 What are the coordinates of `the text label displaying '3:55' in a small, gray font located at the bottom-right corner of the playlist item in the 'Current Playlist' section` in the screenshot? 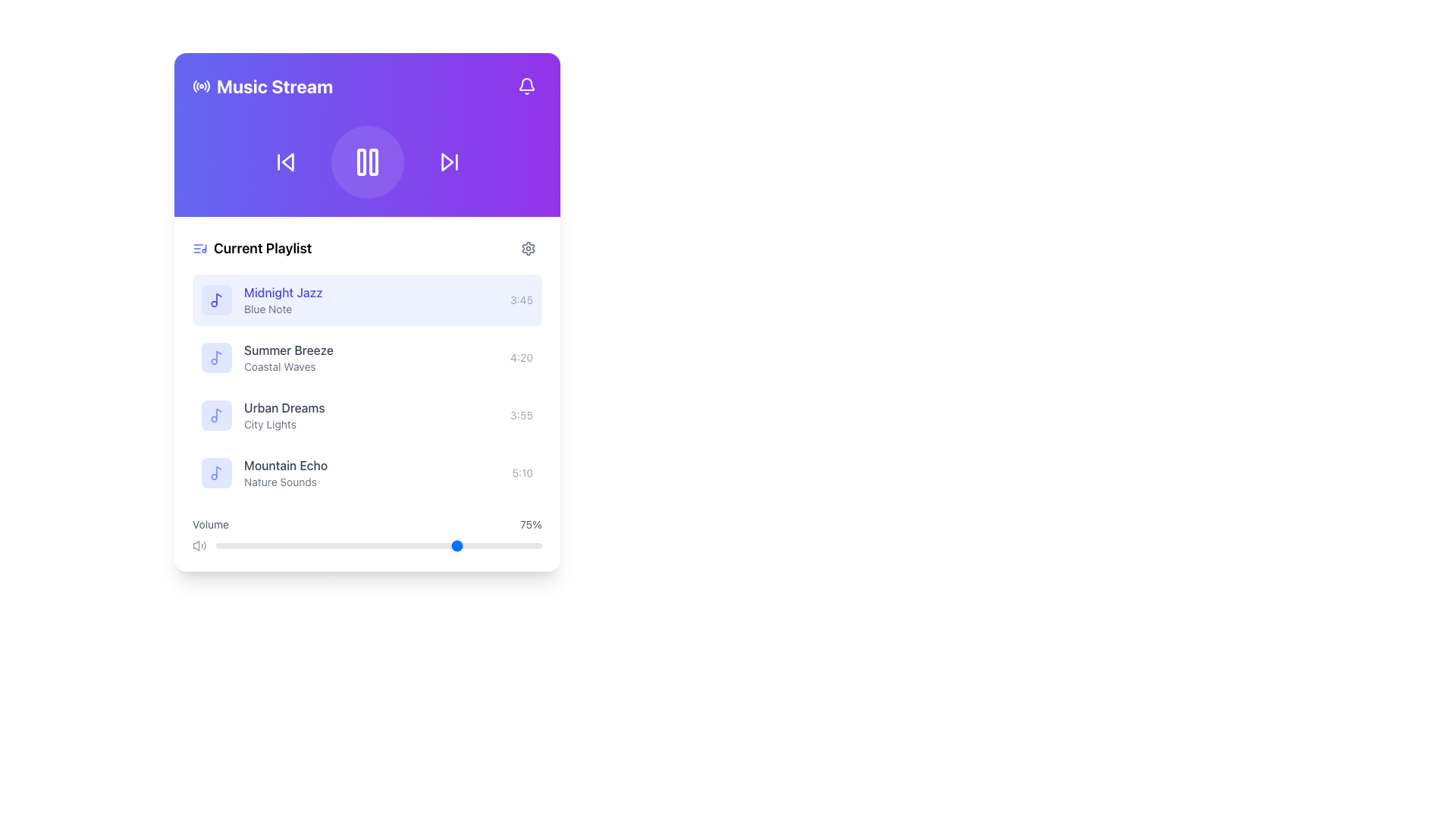 It's located at (522, 415).